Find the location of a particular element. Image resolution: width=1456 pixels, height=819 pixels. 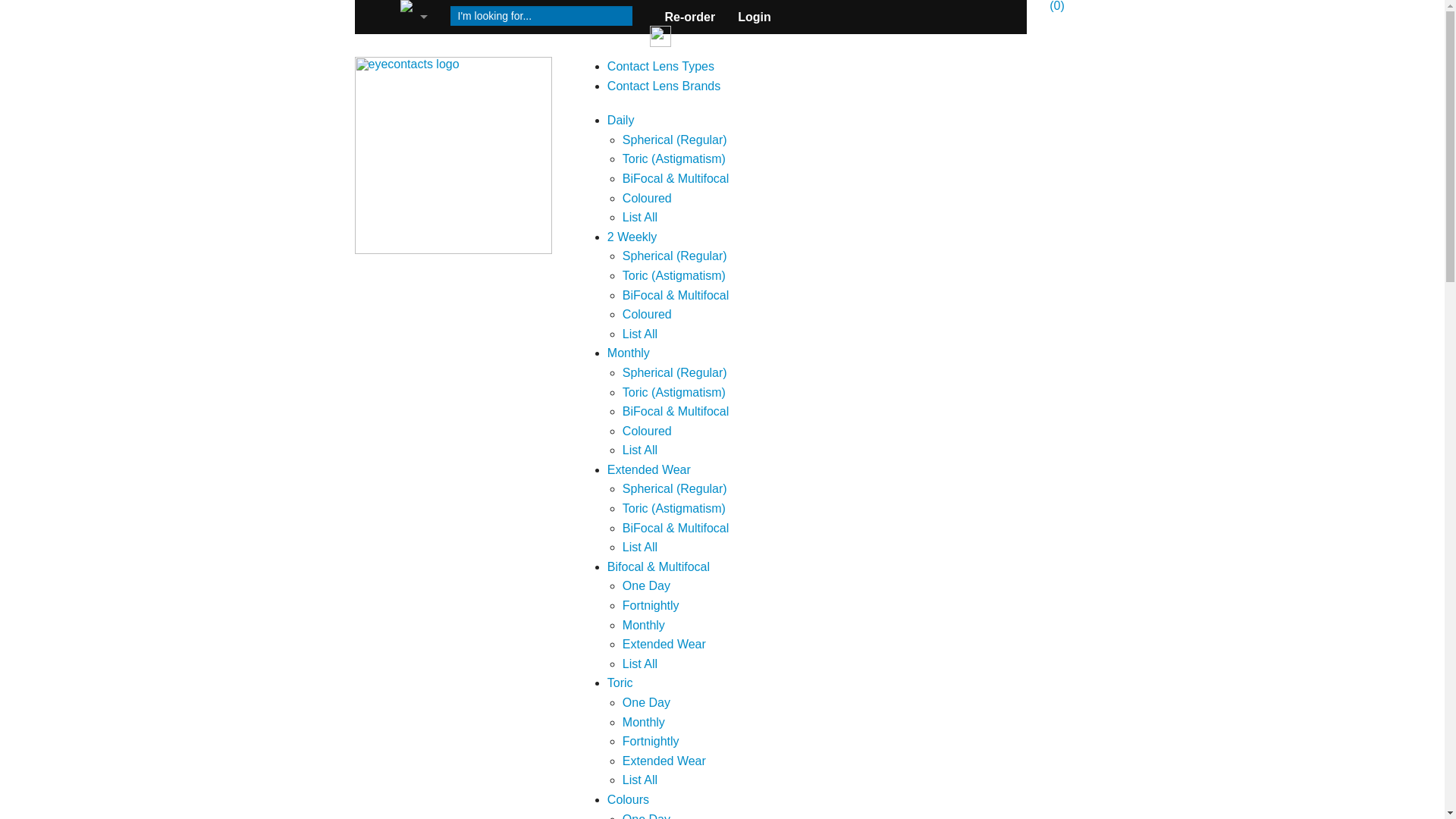

'Contact Lens Brands' is located at coordinates (664, 86).